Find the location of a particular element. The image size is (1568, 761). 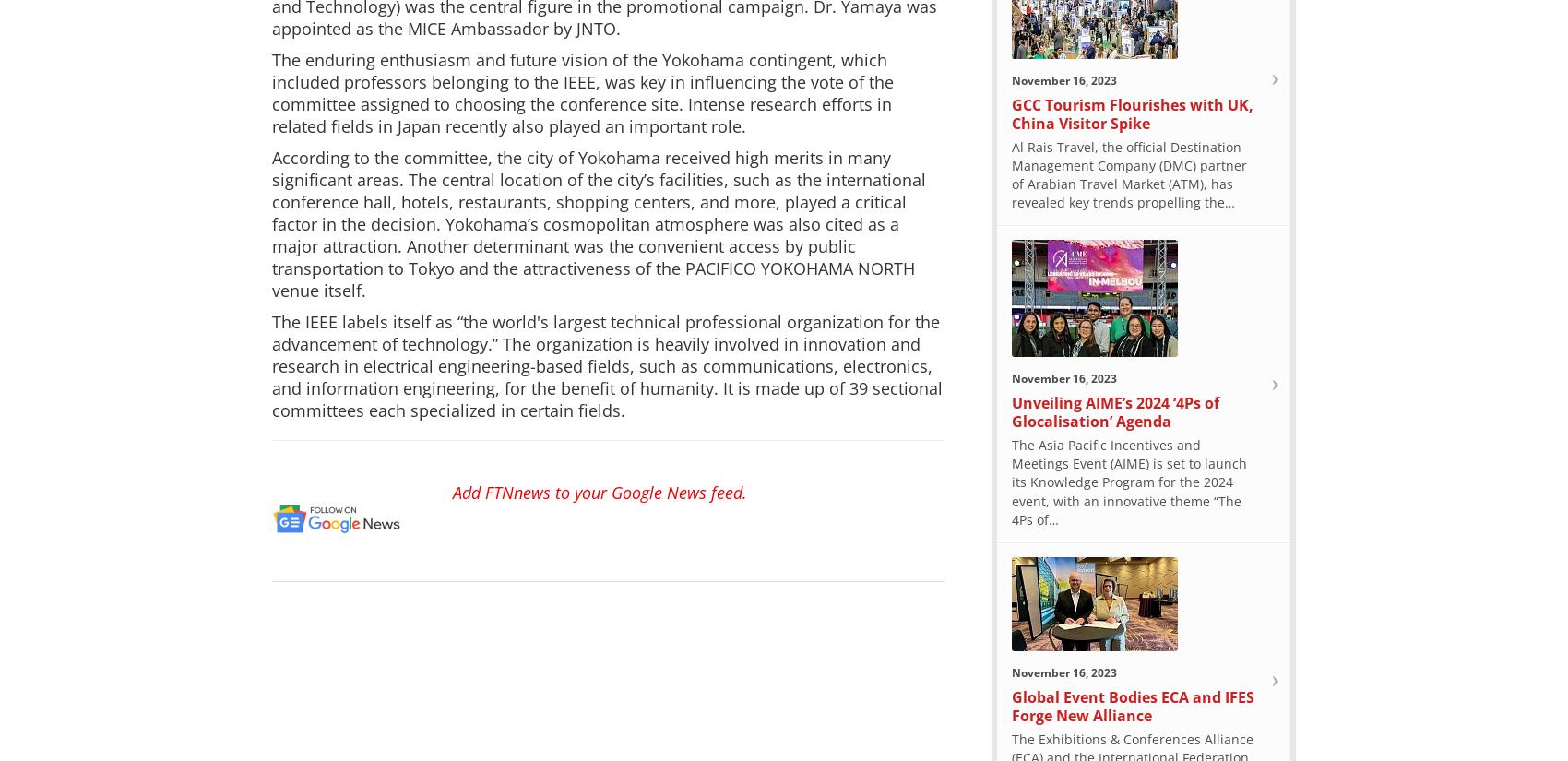

'Unveiling AIME’s 2024 ‘4Ps of Glocalisation’ Agenda' is located at coordinates (1114, 410).